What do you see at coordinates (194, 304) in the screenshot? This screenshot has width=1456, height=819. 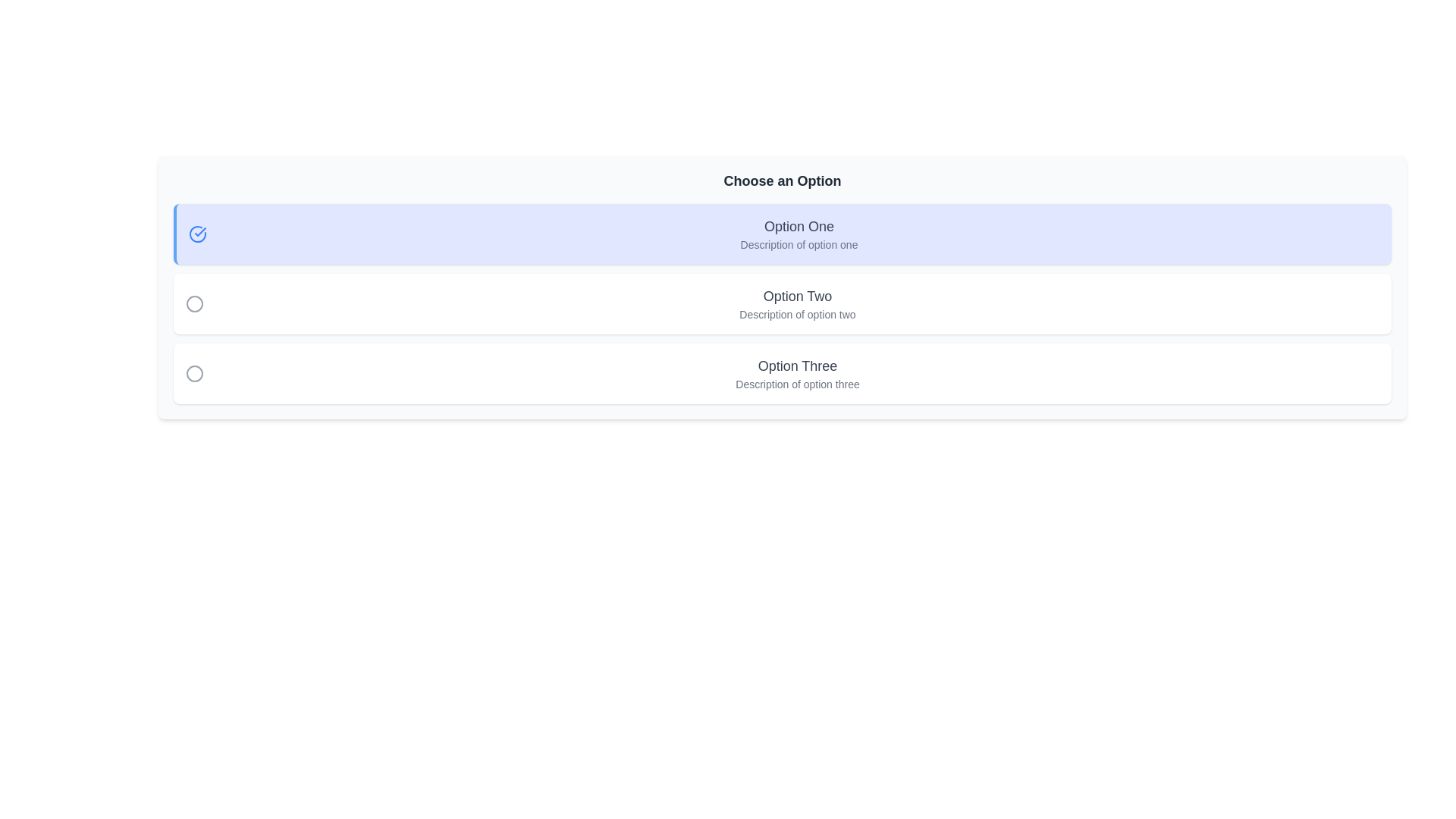 I see `the radio button indicator located within the second option of a vertically stacked list` at bounding box center [194, 304].